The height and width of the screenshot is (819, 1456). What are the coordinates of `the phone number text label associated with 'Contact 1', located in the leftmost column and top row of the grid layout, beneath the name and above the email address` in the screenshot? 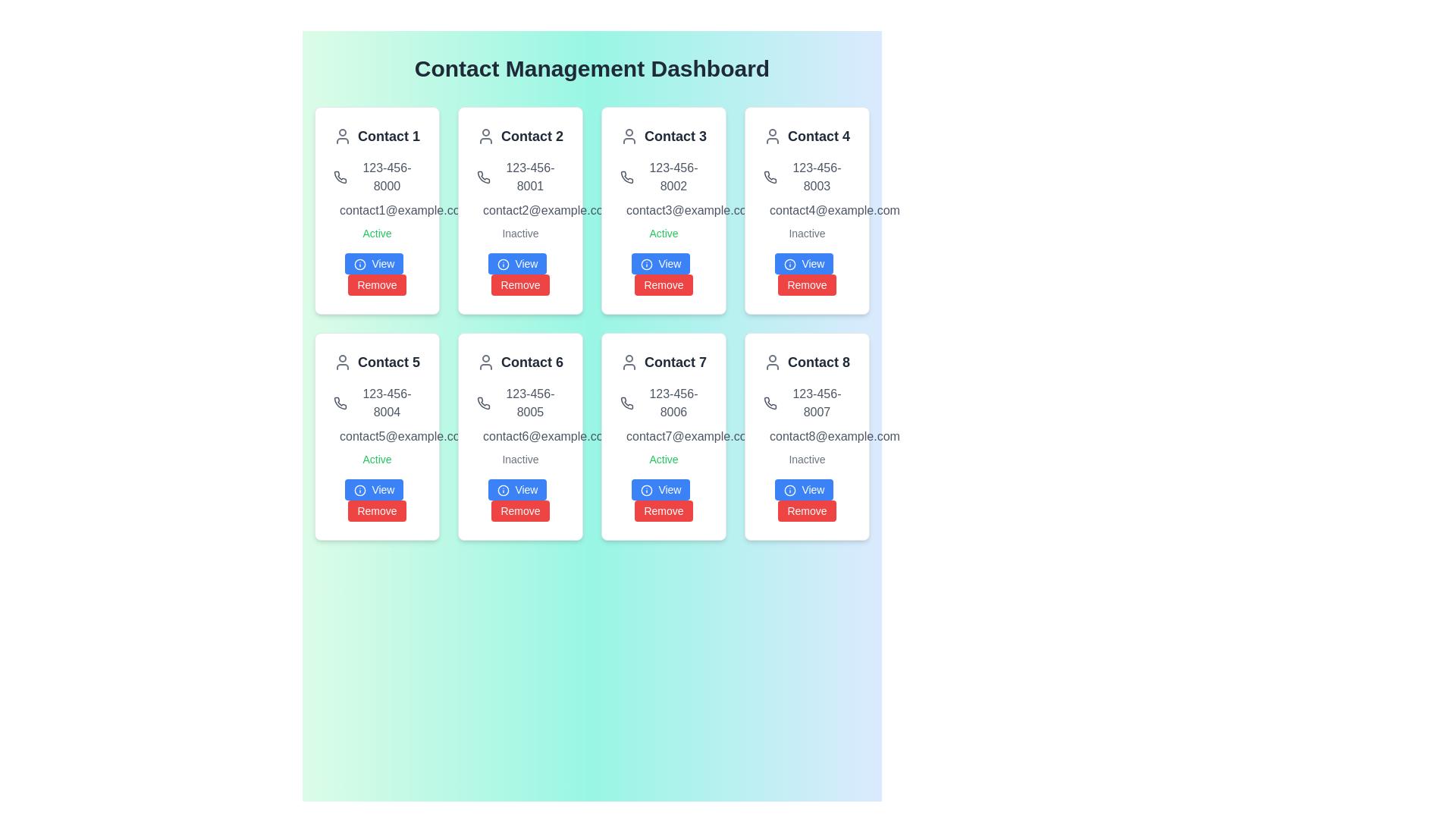 It's located at (377, 177).